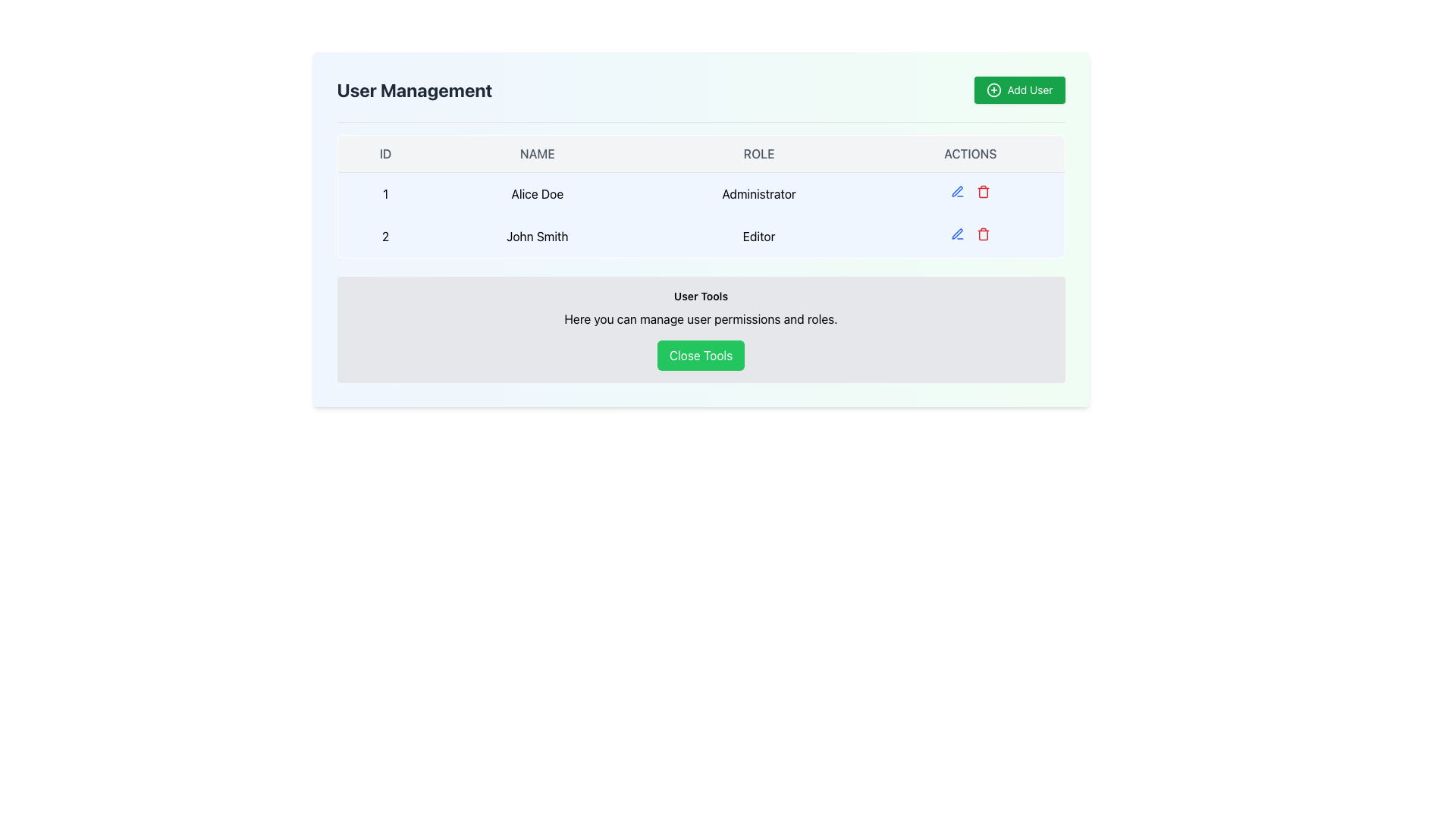 This screenshot has height=819, width=1456. Describe the element at coordinates (537, 193) in the screenshot. I see `the 'Alice Doe' text label located in the 'NAME' column of the 'User Management' table` at that location.